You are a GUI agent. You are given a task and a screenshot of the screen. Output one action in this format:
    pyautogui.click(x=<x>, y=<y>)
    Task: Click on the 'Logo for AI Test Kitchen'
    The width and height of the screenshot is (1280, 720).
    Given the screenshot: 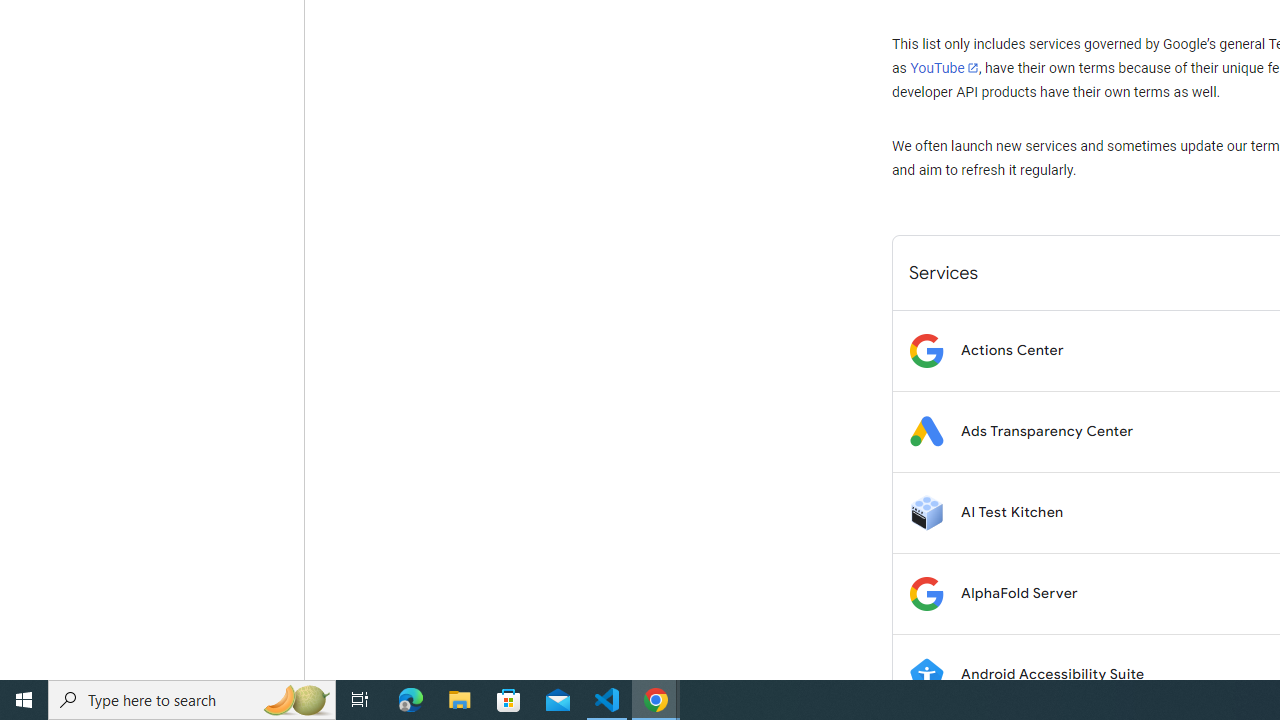 What is the action you would take?
    pyautogui.click(x=925, y=511)
    